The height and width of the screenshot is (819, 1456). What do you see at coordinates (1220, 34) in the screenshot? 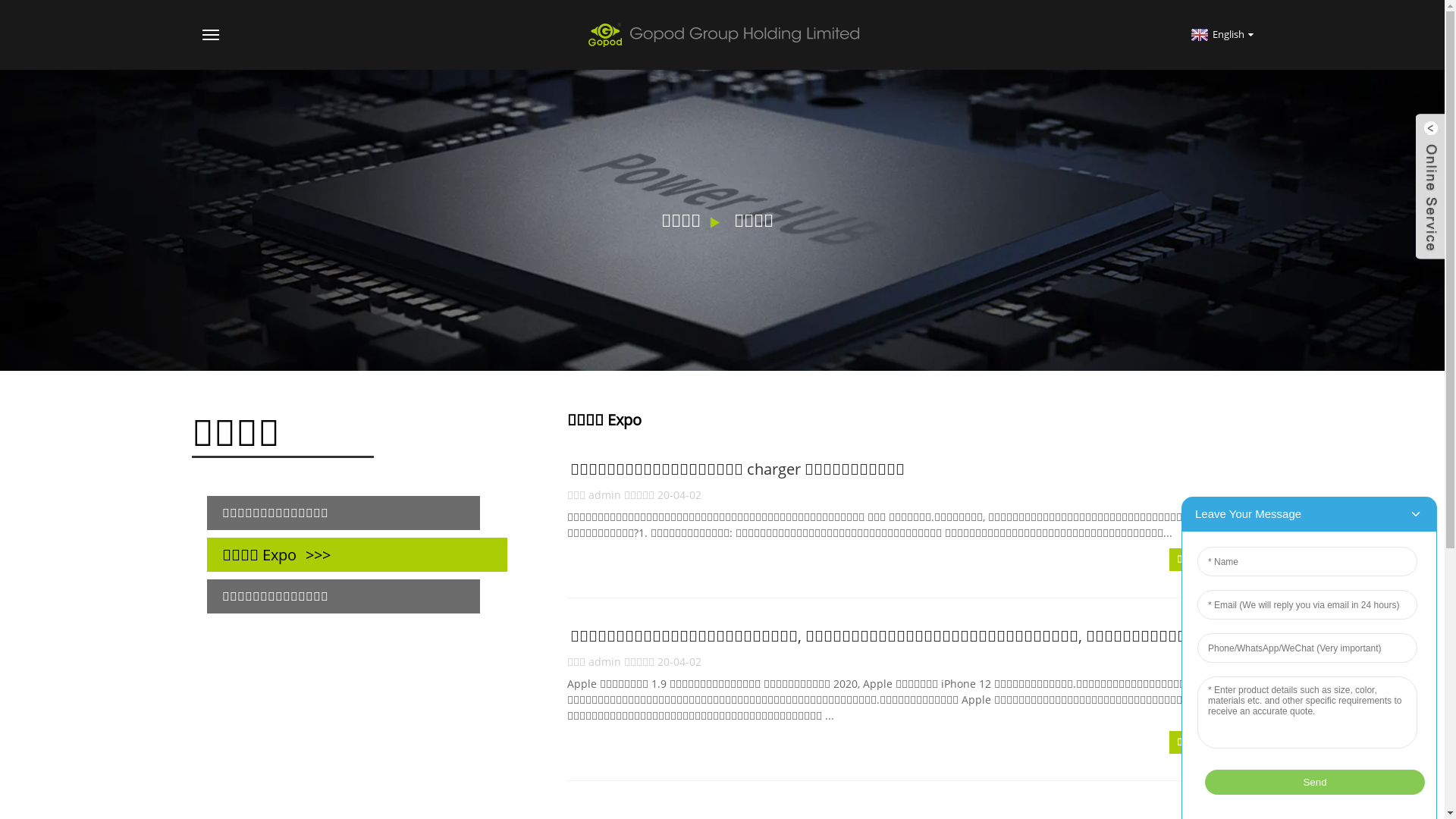
I see `'English'` at bounding box center [1220, 34].